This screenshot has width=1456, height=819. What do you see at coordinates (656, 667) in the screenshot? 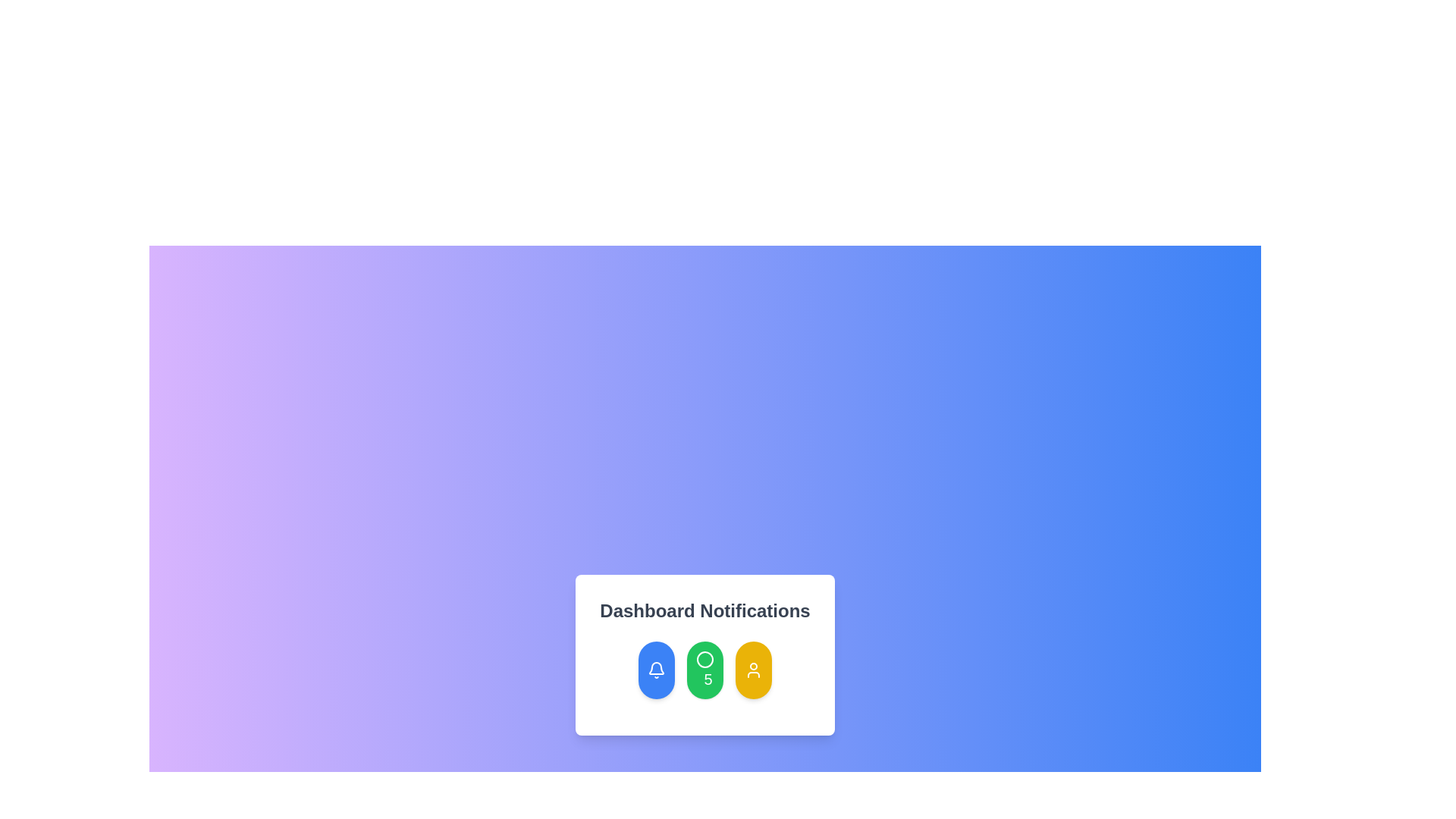
I see `the white bell icon element located inside the blue circular button at the bottom of the 'Dashboard Notifications' card` at bounding box center [656, 667].